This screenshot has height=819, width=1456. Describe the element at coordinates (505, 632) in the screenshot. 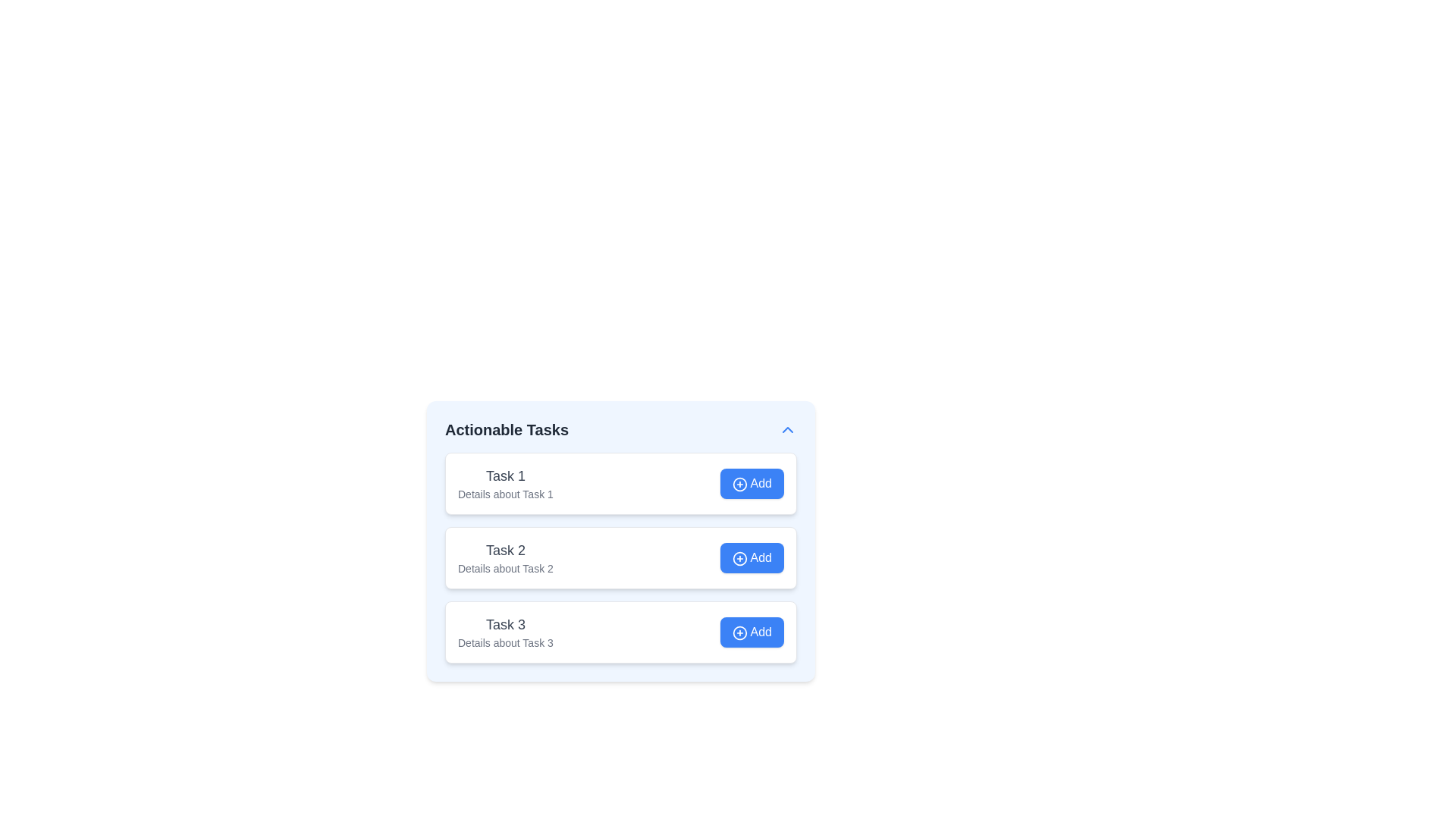

I see `the text area displaying 'Task 3' with the description 'Details about Task 3', located in the left portion of the third card under the 'Actionable Tasks' section` at that location.